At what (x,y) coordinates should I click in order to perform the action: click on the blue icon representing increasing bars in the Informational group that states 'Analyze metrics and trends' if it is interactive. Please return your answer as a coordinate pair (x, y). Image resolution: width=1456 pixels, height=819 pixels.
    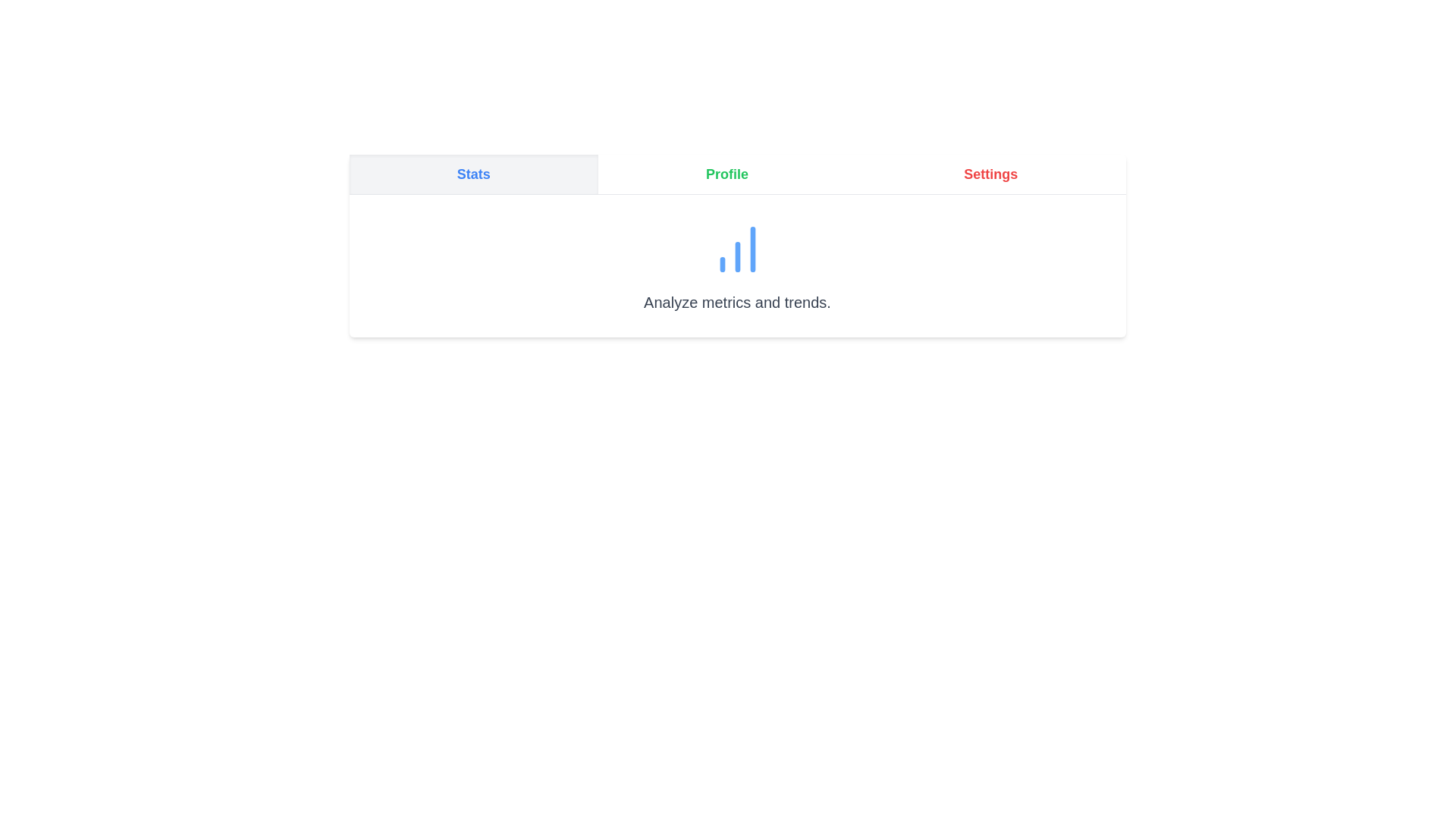
    Looking at the image, I should click on (737, 265).